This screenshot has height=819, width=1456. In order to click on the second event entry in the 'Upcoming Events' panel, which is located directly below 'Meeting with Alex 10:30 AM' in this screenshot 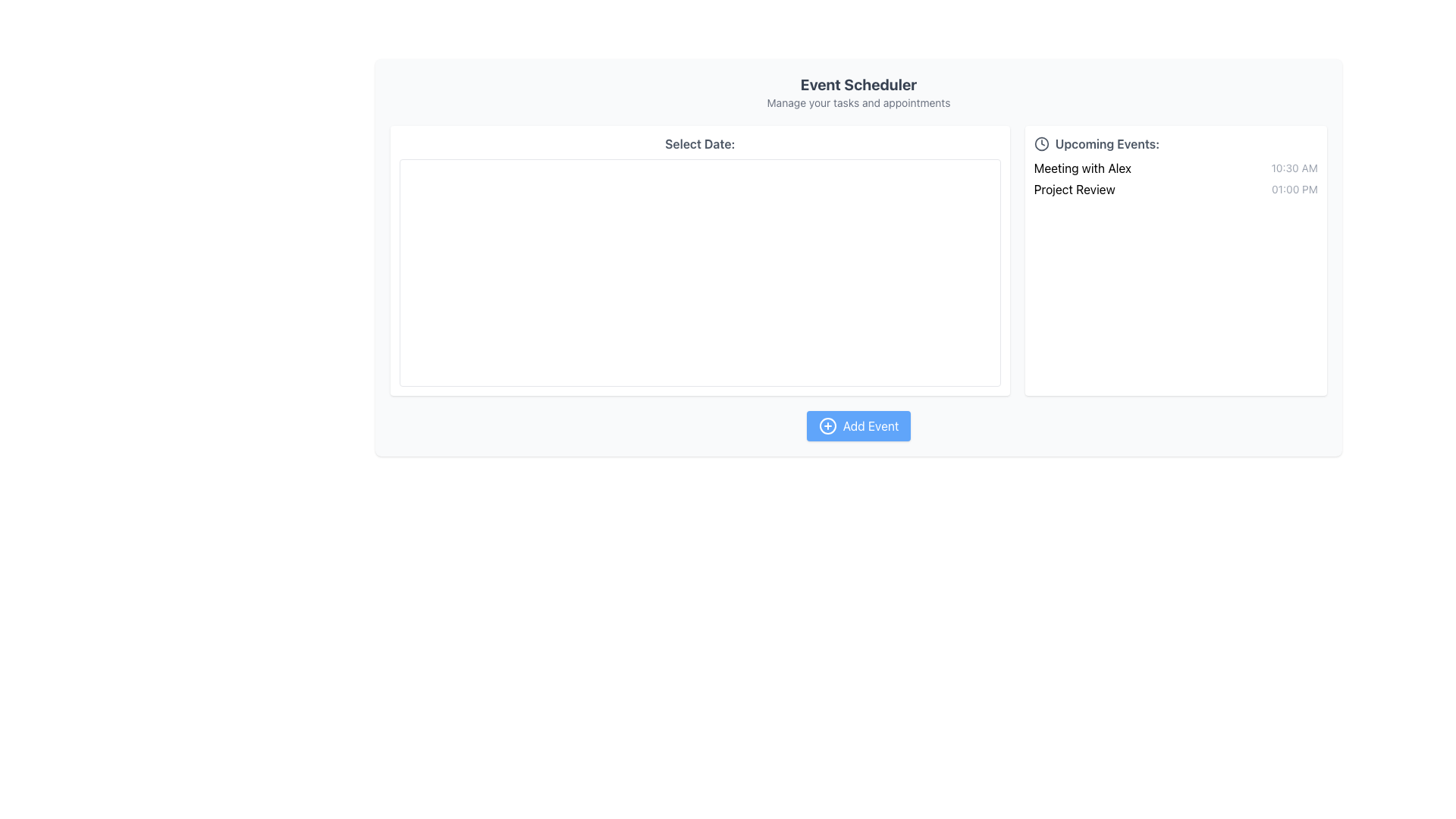, I will do `click(1175, 189)`.